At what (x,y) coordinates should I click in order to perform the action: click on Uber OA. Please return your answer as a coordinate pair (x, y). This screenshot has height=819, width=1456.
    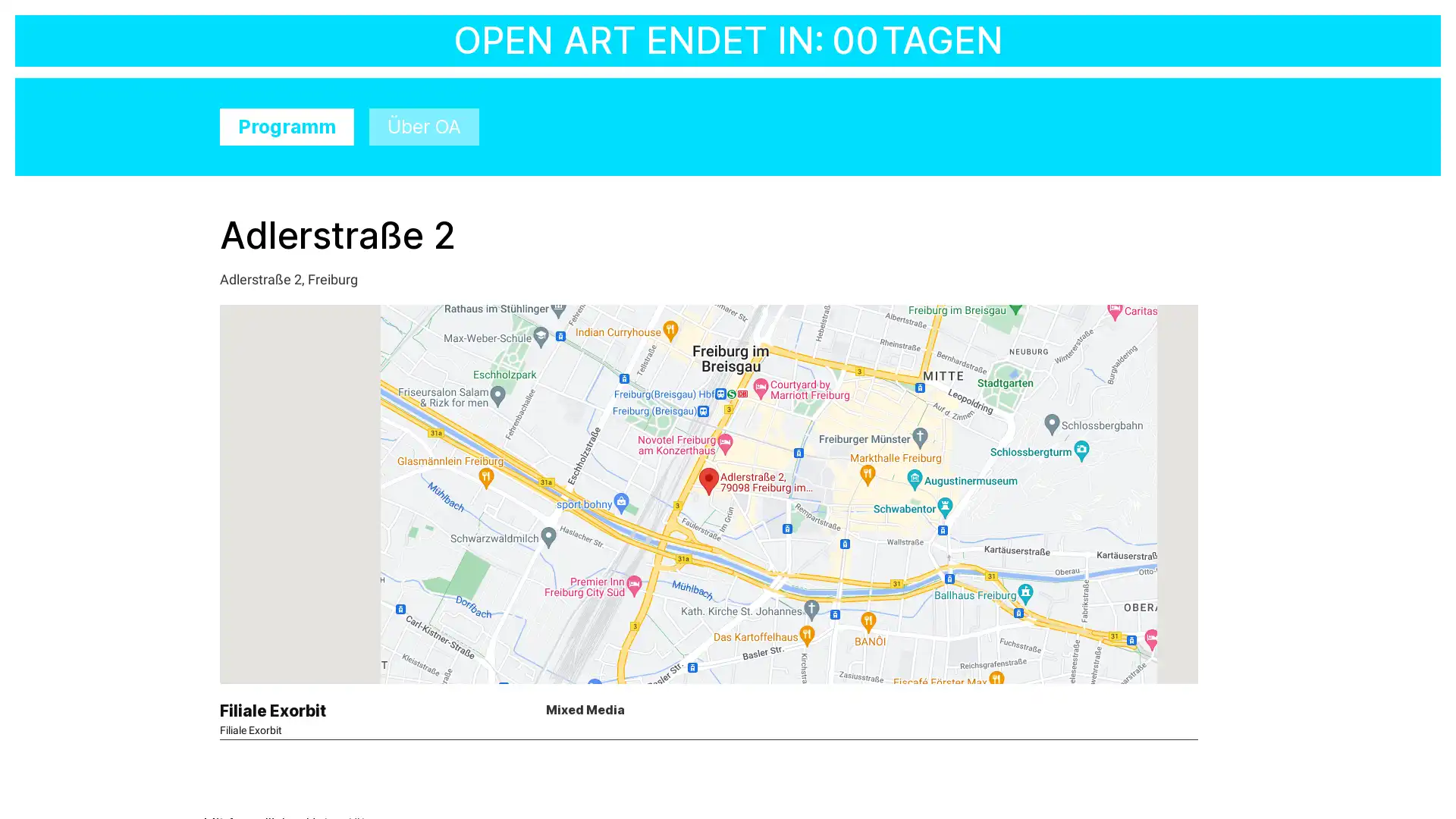
    Looking at the image, I should click on (424, 126).